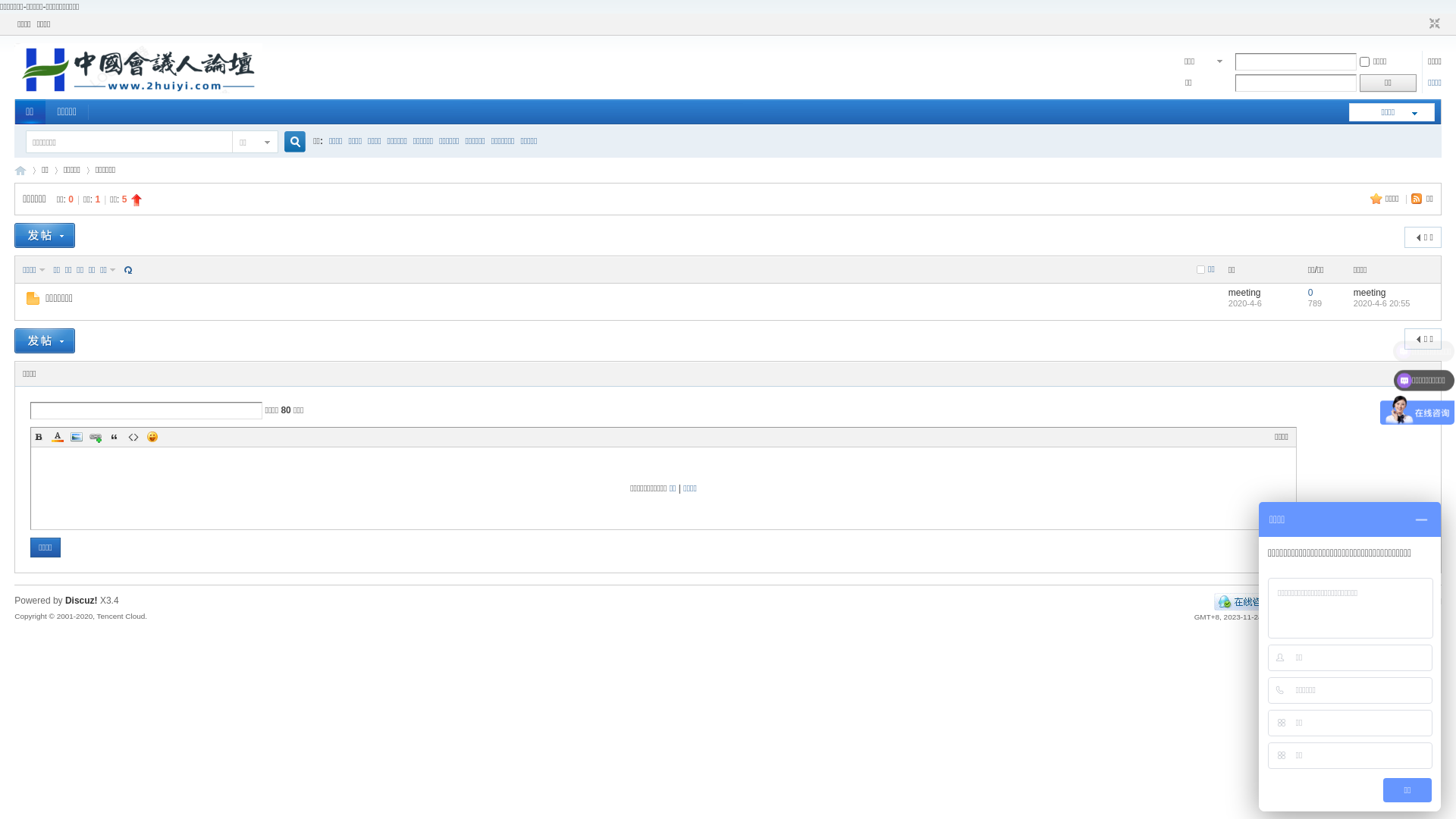 The height and width of the screenshot is (819, 1456). Describe the element at coordinates (152, 436) in the screenshot. I see `'Smilies'` at that location.